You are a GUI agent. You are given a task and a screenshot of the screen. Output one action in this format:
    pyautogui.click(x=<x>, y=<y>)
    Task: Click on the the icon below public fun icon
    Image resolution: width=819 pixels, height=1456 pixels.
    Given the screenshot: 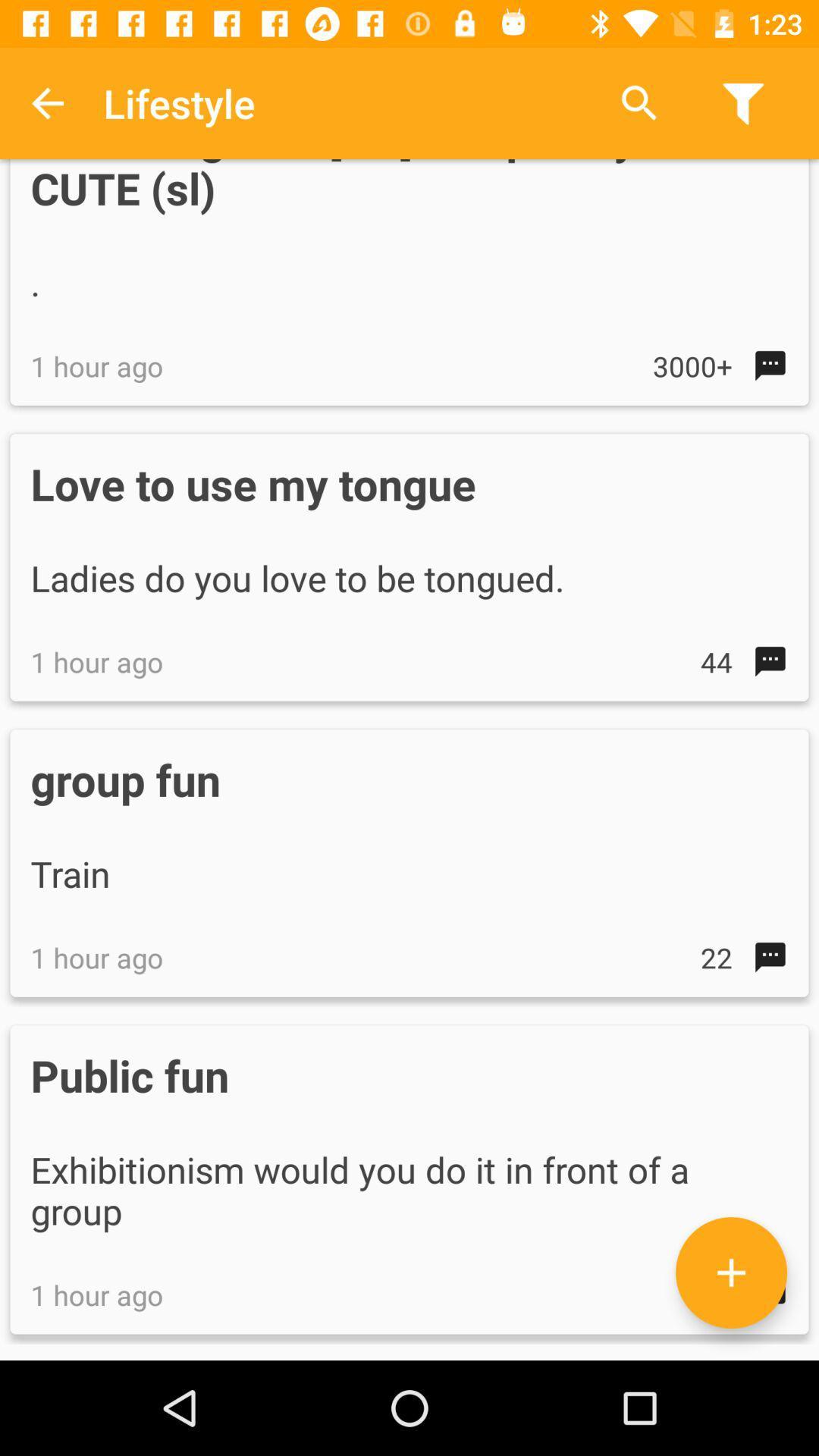 What is the action you would take?
    pyautogui.click(x=730, y=1272)
    